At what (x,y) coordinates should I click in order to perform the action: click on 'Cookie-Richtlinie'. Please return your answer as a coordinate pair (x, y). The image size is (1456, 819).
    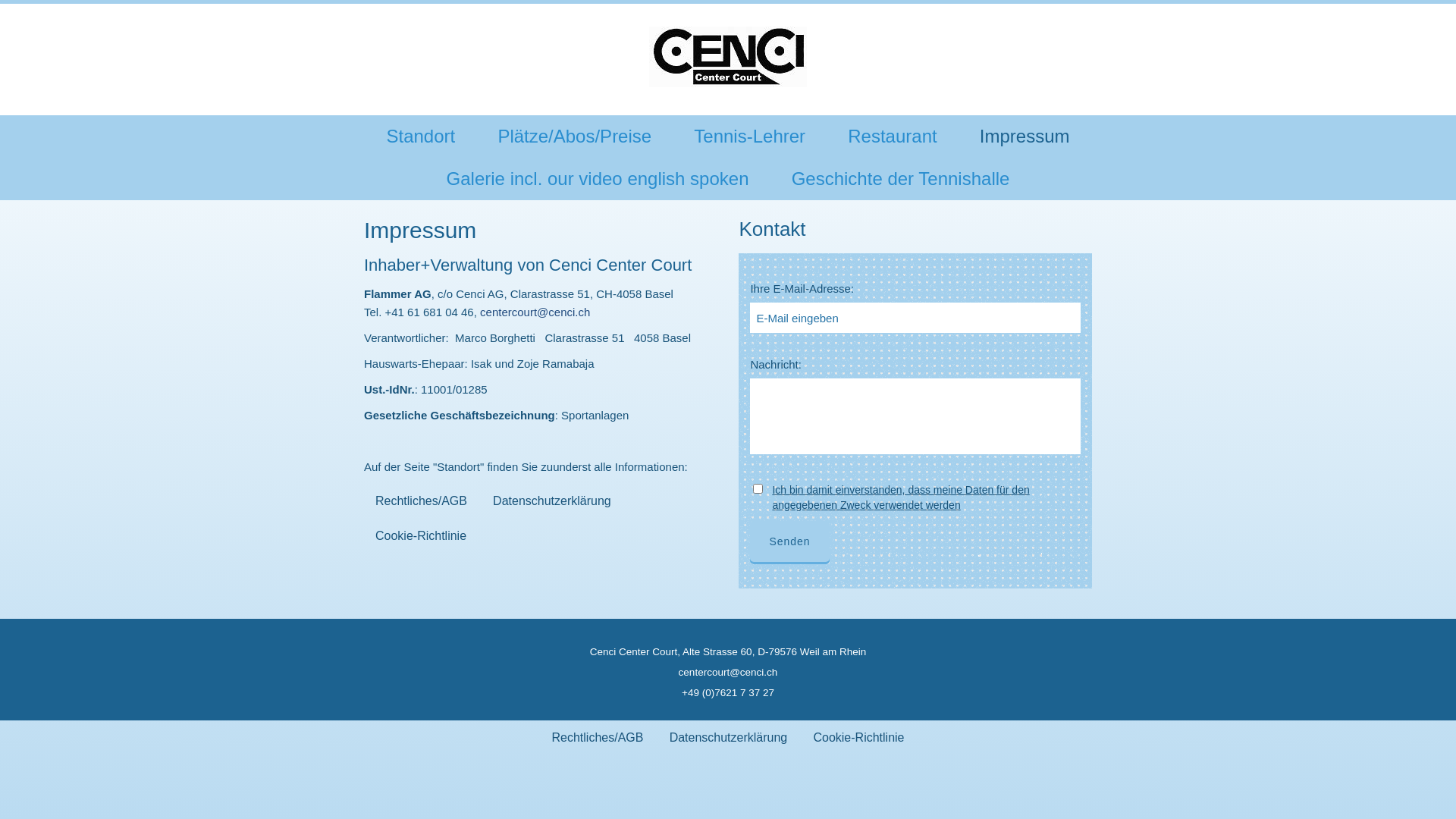
    Looking at the image, I should click on (421, 535).